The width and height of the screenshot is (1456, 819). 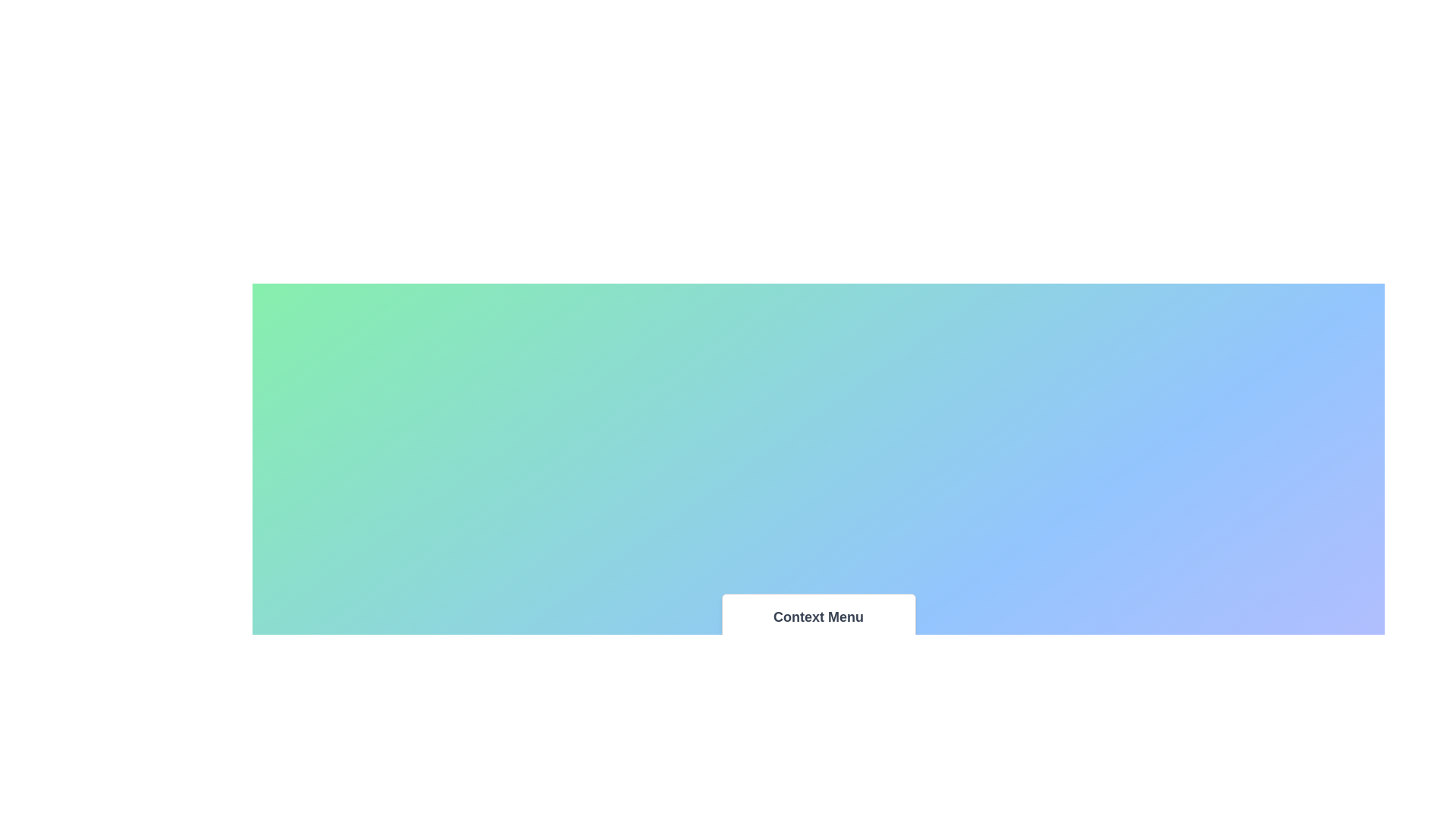 I want to click on the menu item Documents to highlight it, so click(x=817, y=654).